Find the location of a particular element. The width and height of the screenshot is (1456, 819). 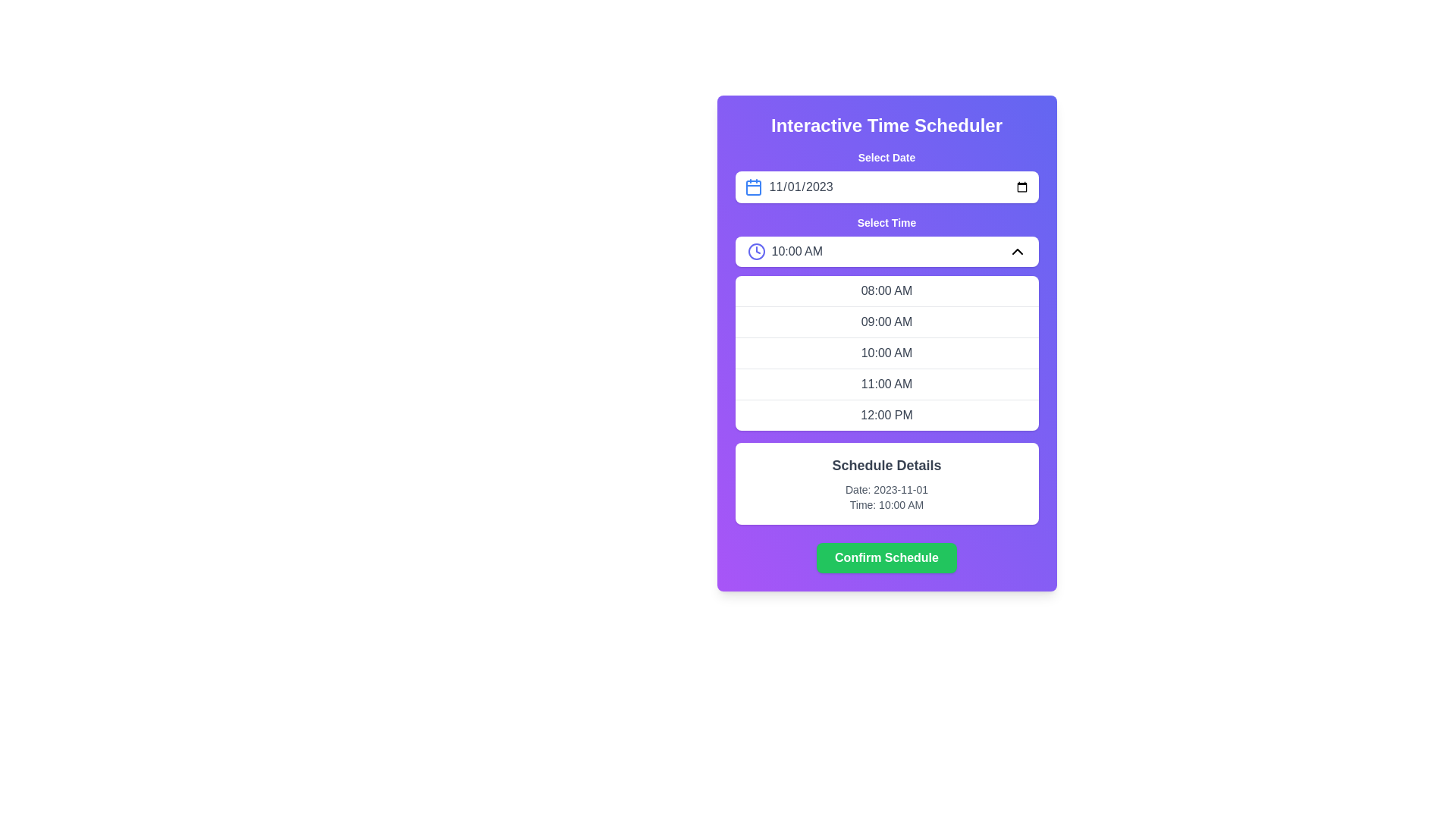

the clock icon, which features a minimalistic indigo line-art design with hands indicating the time, located to the left of the text '10:00 AM' in the 'Select Time' section is located at coordinates (756, 250).